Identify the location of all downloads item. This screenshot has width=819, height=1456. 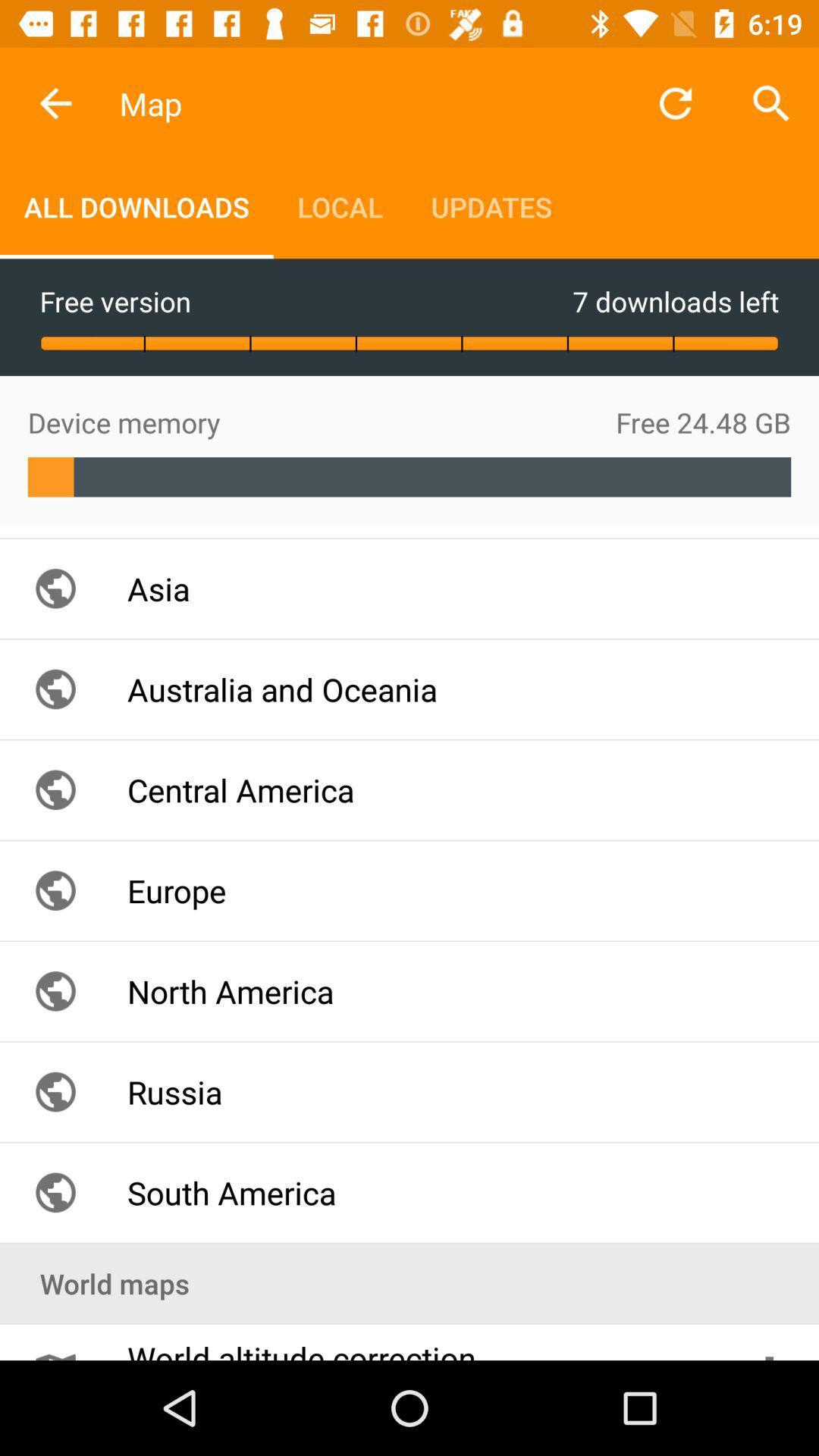
(136, 206).